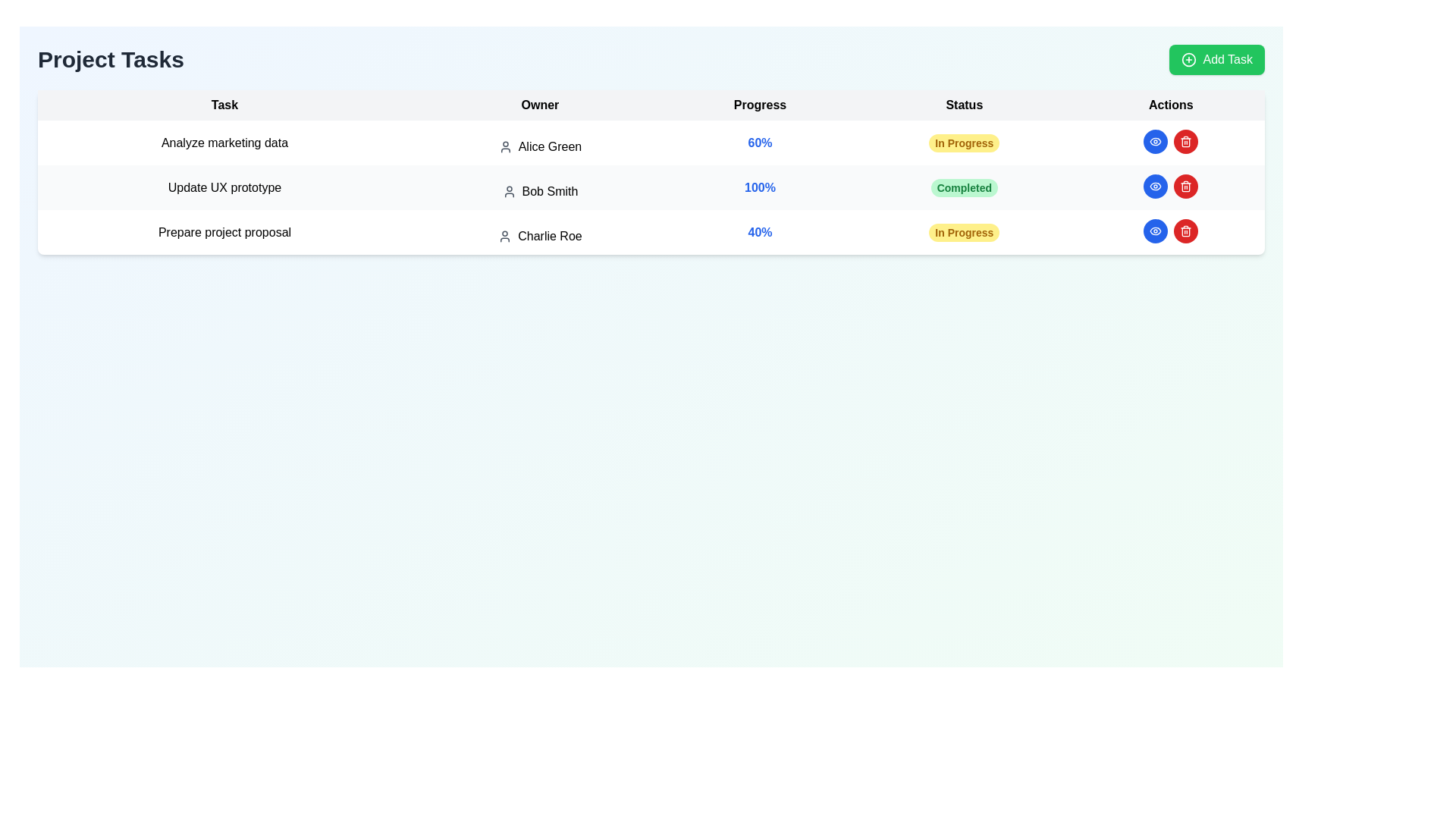  Describe the element at coordinates (224, 187) in the screenshot. I see `the bold, centered text element displaying 'Update UX prototype', which is located in the second row of the table under the 'Task' column, positioned between 'Analyze marketing data' and 'Prepare project proposal'` at that location.